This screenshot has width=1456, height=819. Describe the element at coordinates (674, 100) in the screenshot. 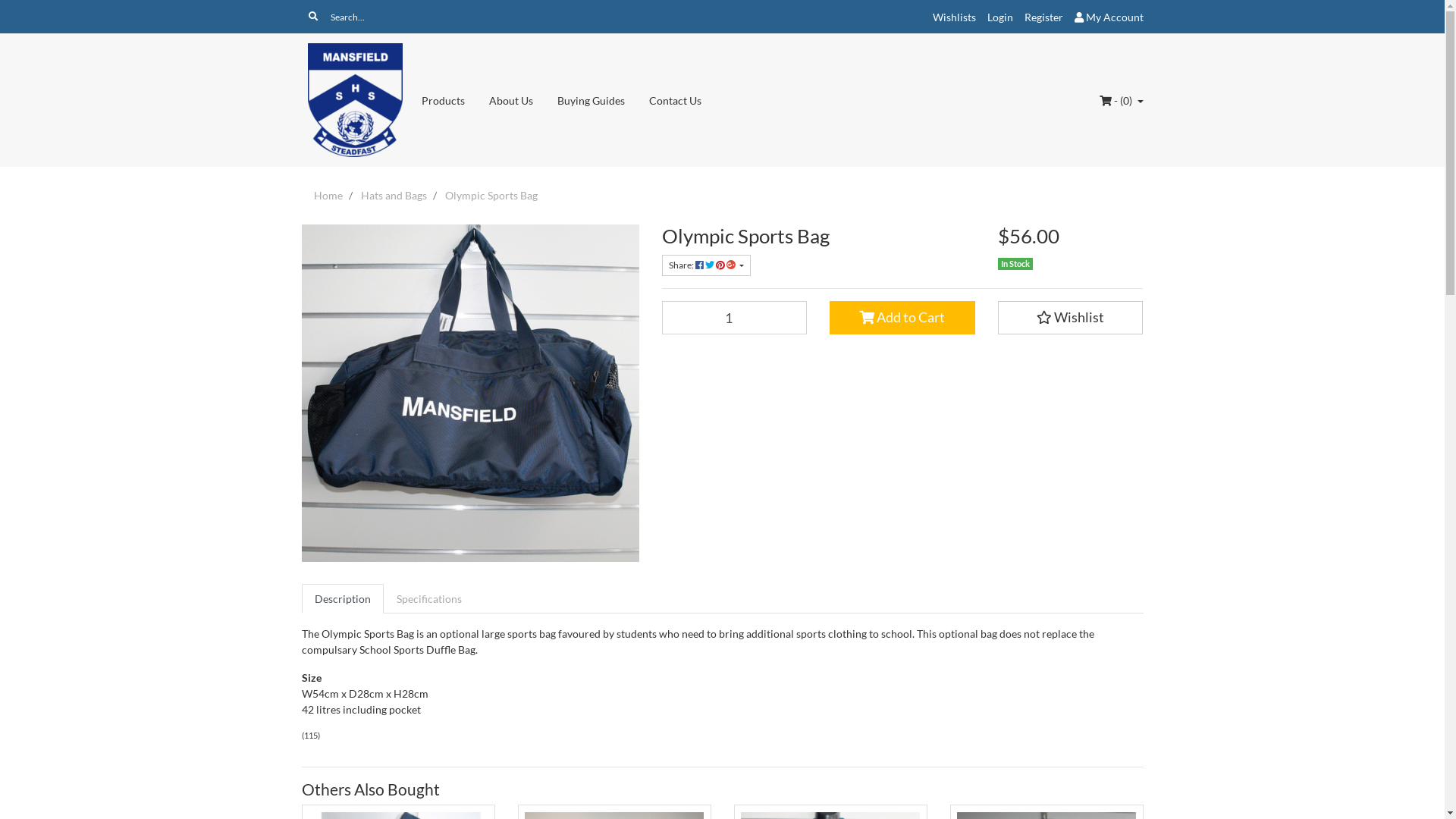

I see `'Contact Us'` at that location.